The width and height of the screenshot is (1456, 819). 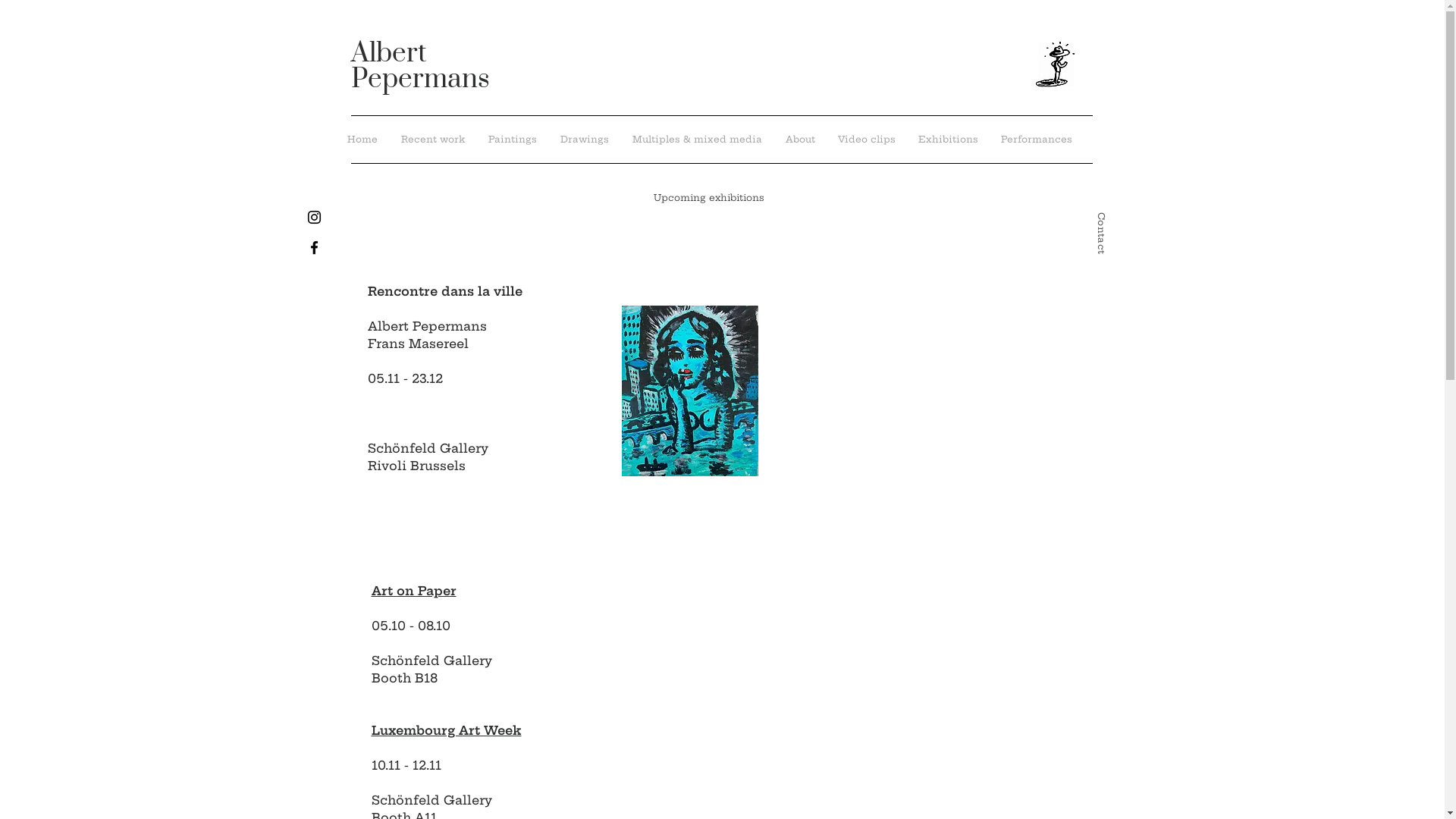 I want to click on 'Performances', so click(x=1035, y=140).